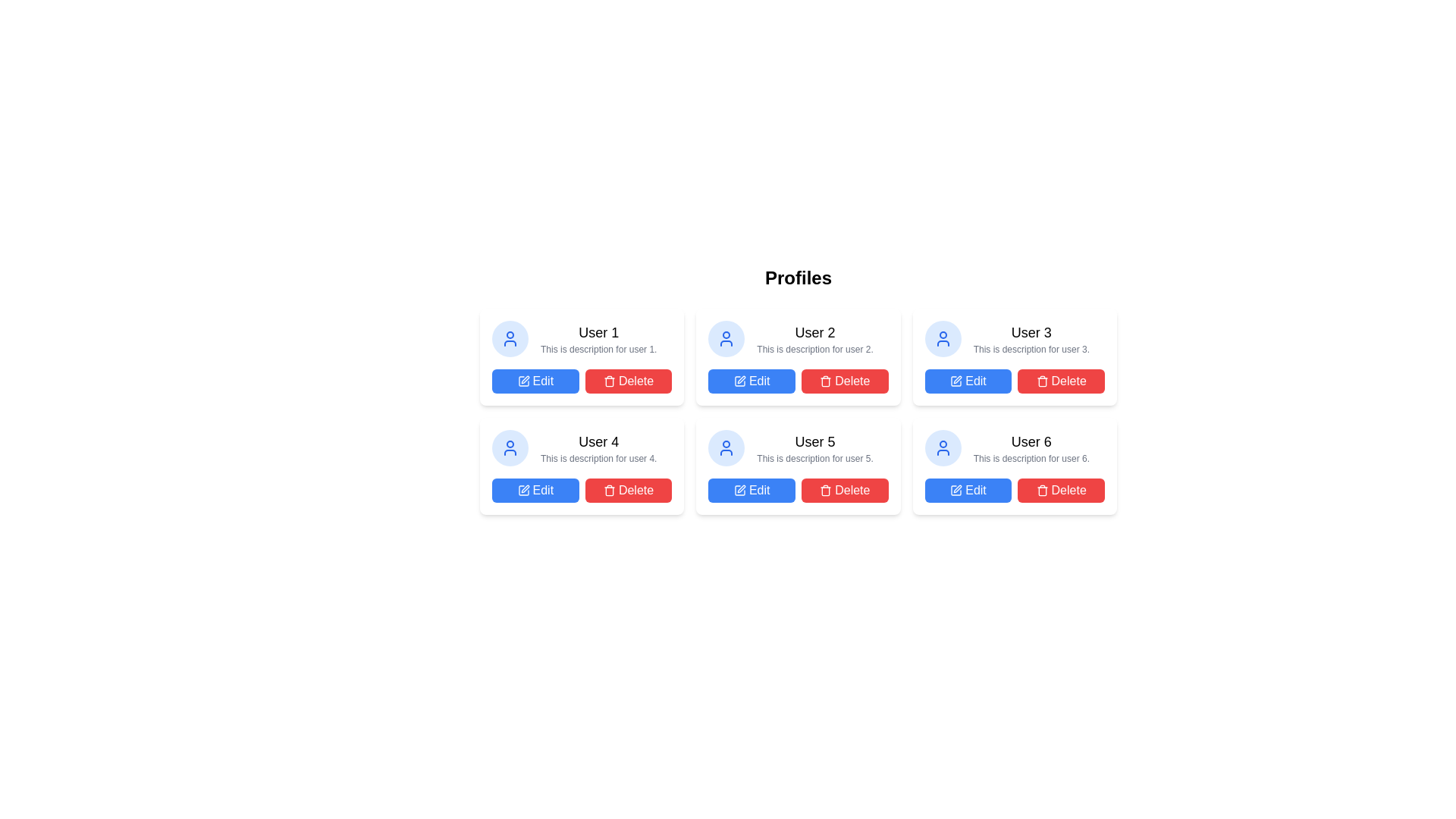 This screenshot has height=819, width=1456. Describe the element at coordinates (726, 338) in the screenshot. I see `the user icon representing 'User 2' in the profiles grid, which is located in the top row, second column with a circular light-blue background` at that location.